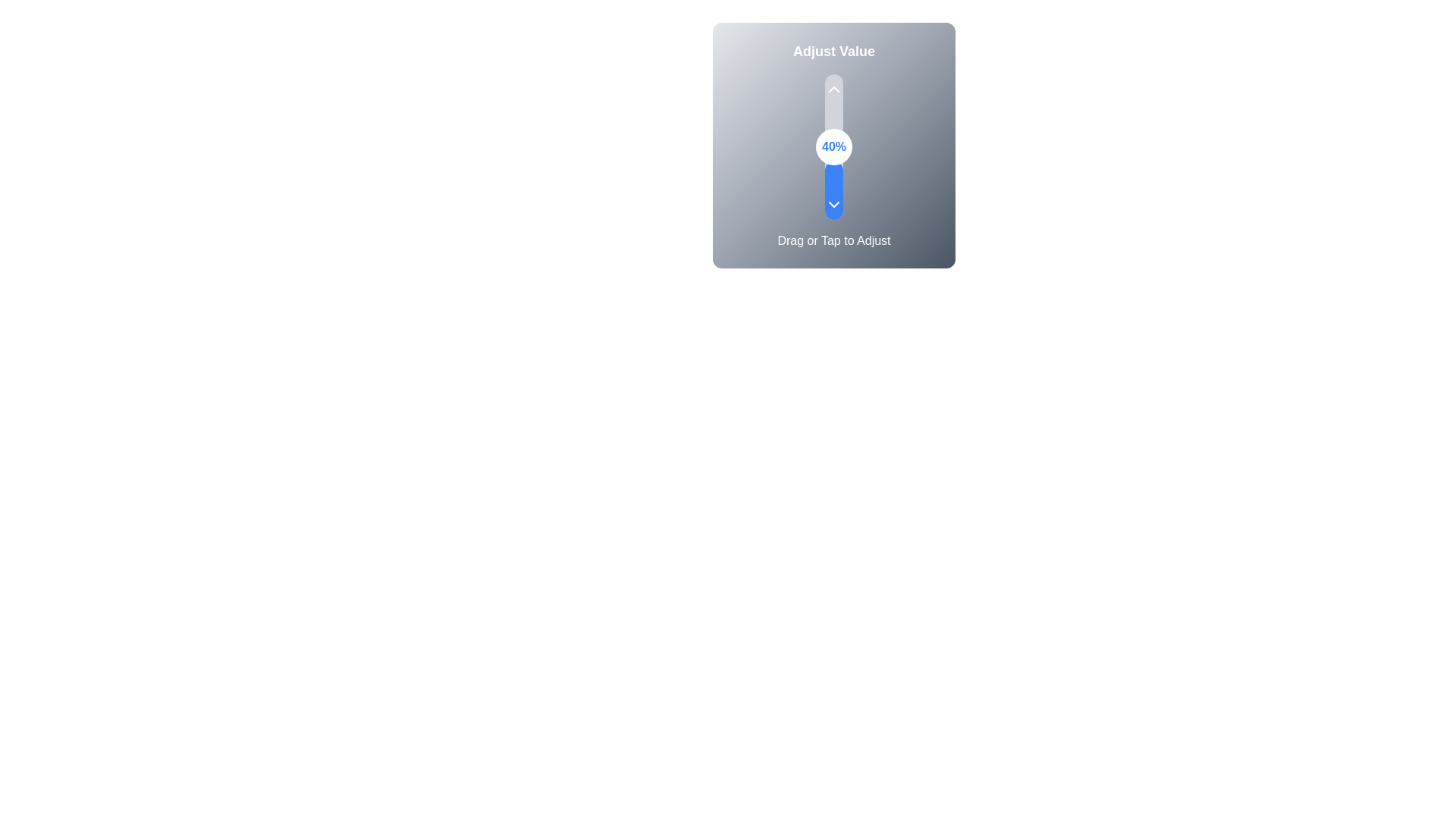  What do you see at coordinates (833, 90) in the screenshot?
I see `the slider value` at bounding box center [833, 90].